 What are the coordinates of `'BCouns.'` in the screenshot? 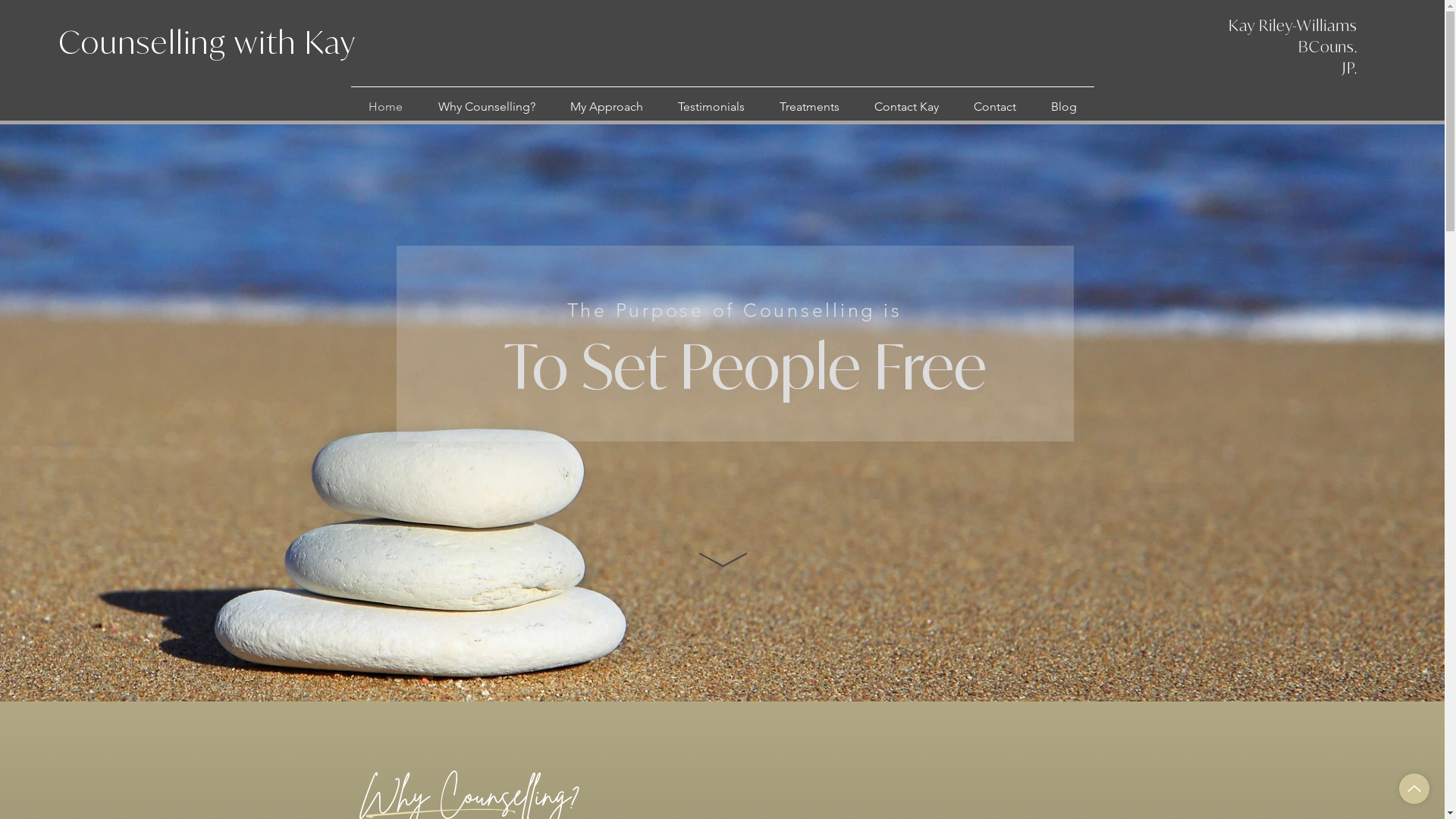 It's located at (1327, 45).